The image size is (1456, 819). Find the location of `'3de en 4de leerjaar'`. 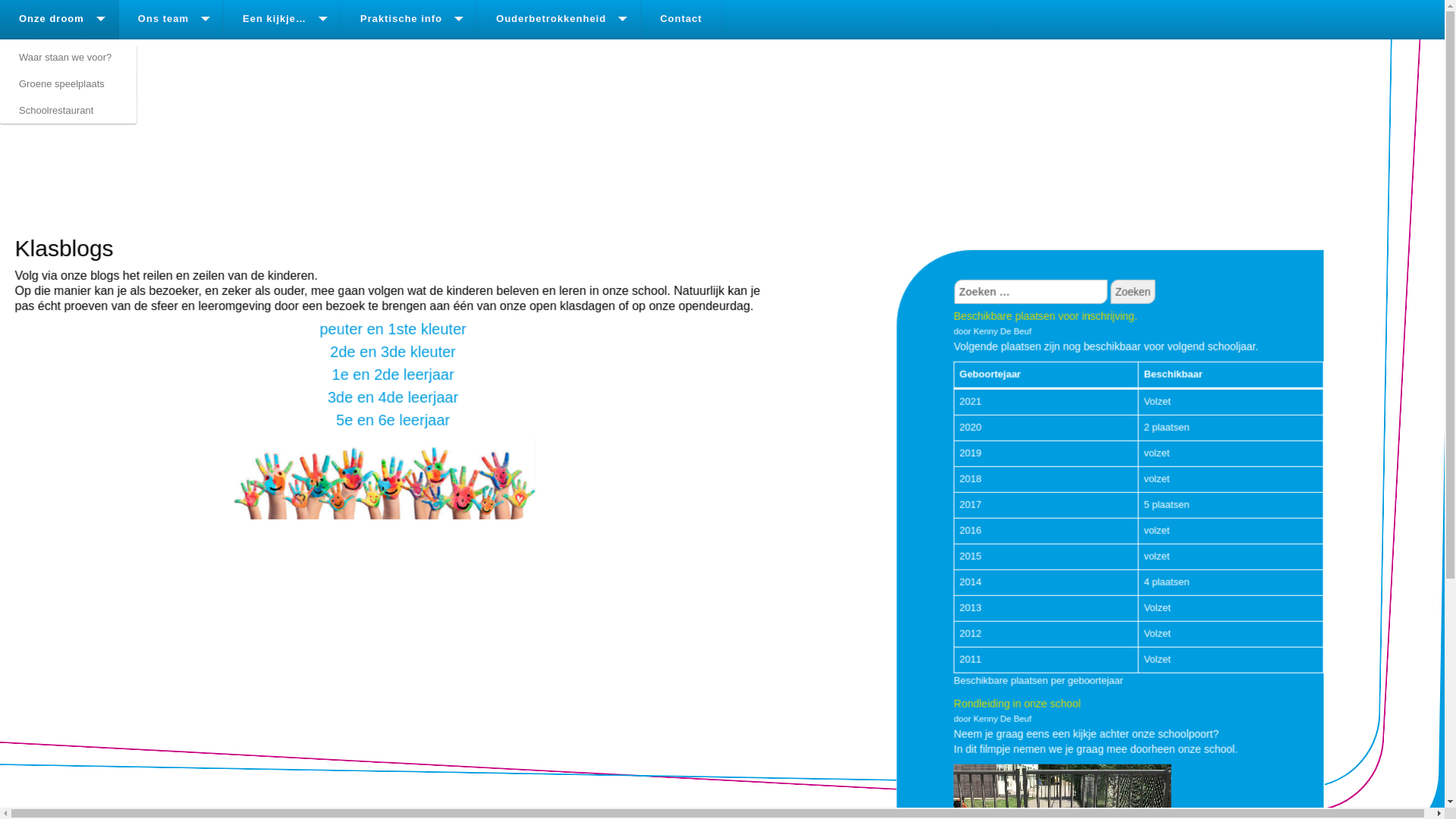

'3de en 4de leerjaar' is located at coordinates (393, 396).